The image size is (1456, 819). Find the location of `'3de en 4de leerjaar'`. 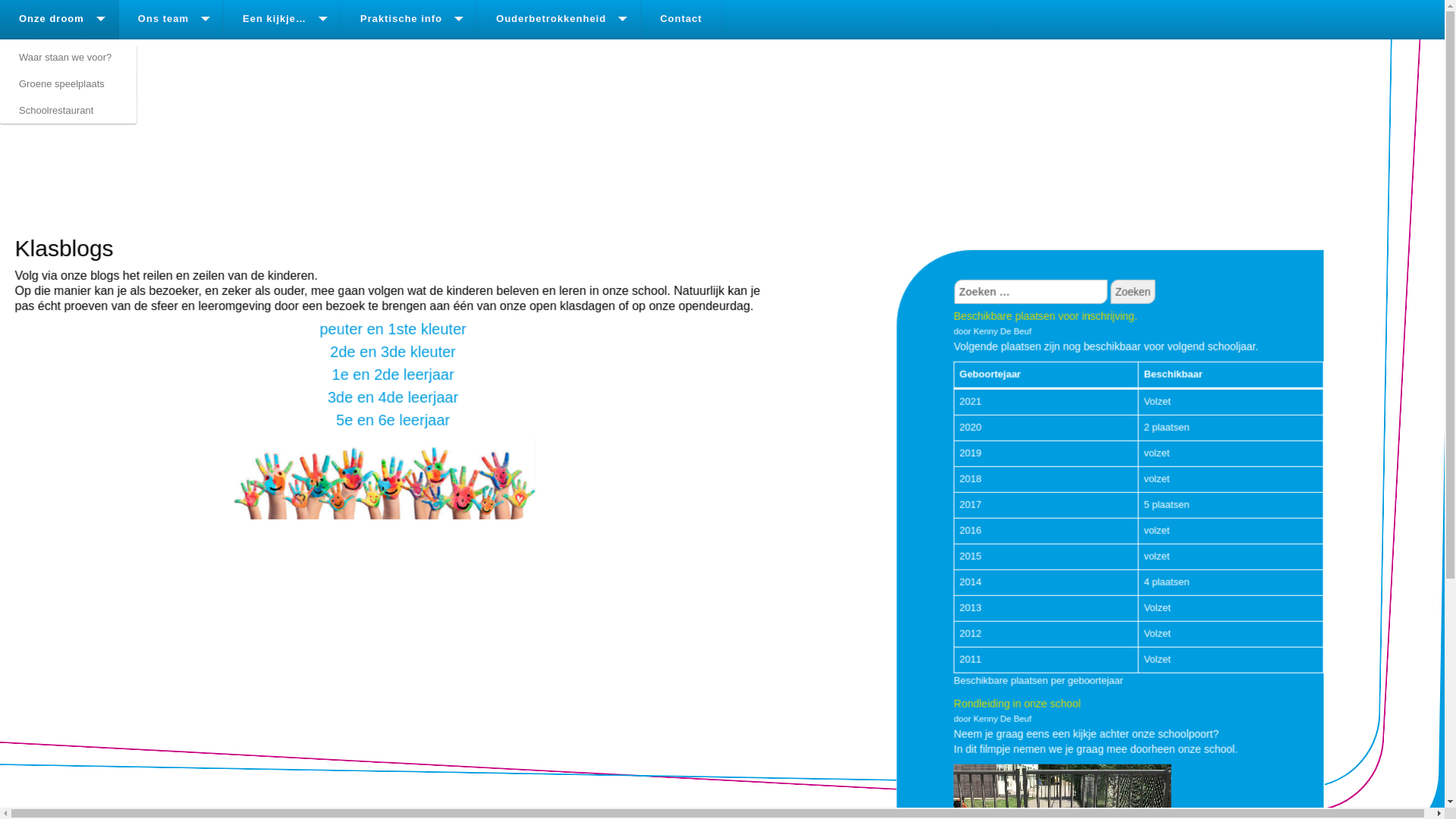

'3de en 4de leerjaar' is located at coordinates (393, 396).